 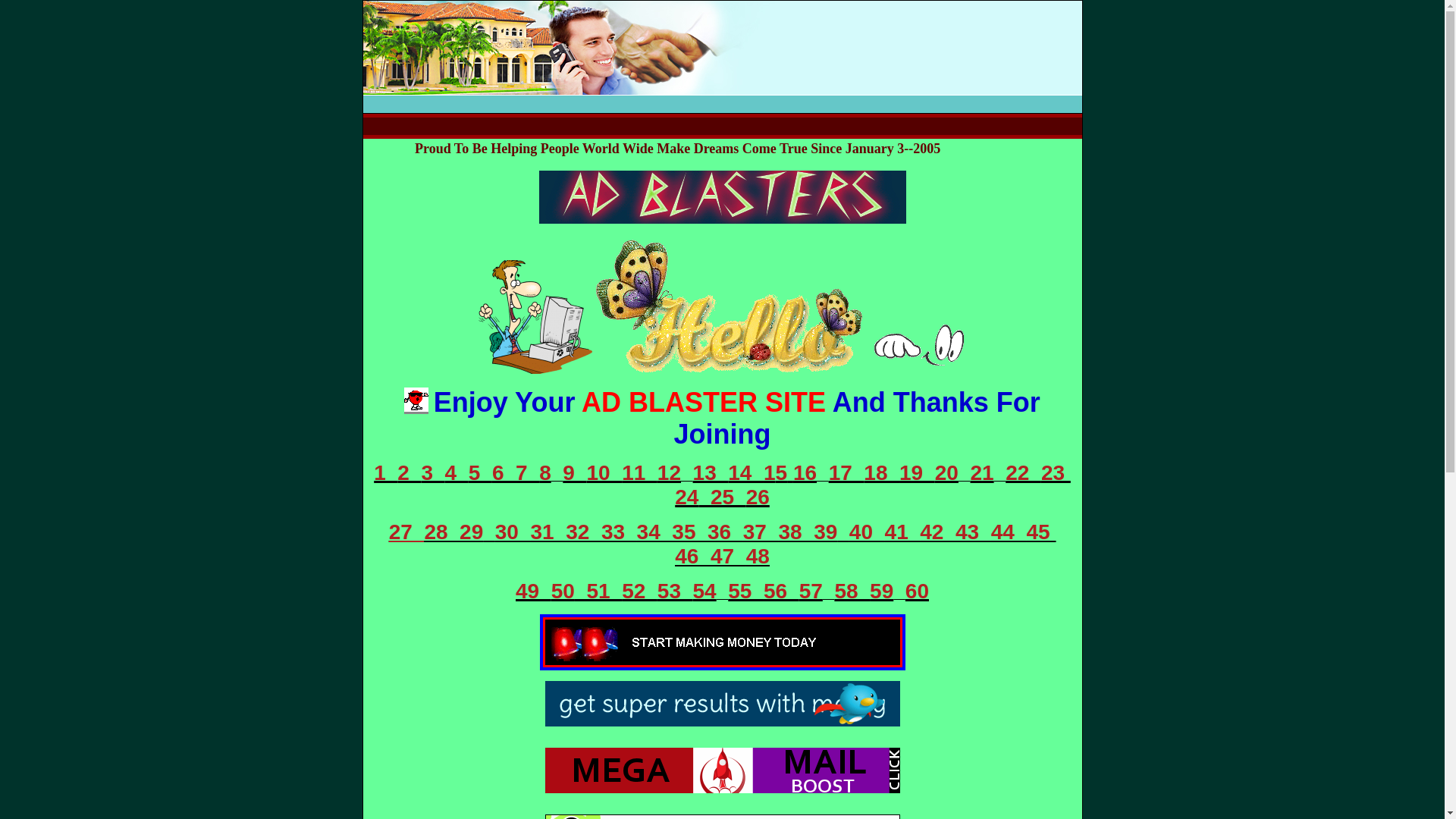 What do you see at coordinates (981, 472) in the screenshot?
I see `'21'` at bounding box center [981, 472].